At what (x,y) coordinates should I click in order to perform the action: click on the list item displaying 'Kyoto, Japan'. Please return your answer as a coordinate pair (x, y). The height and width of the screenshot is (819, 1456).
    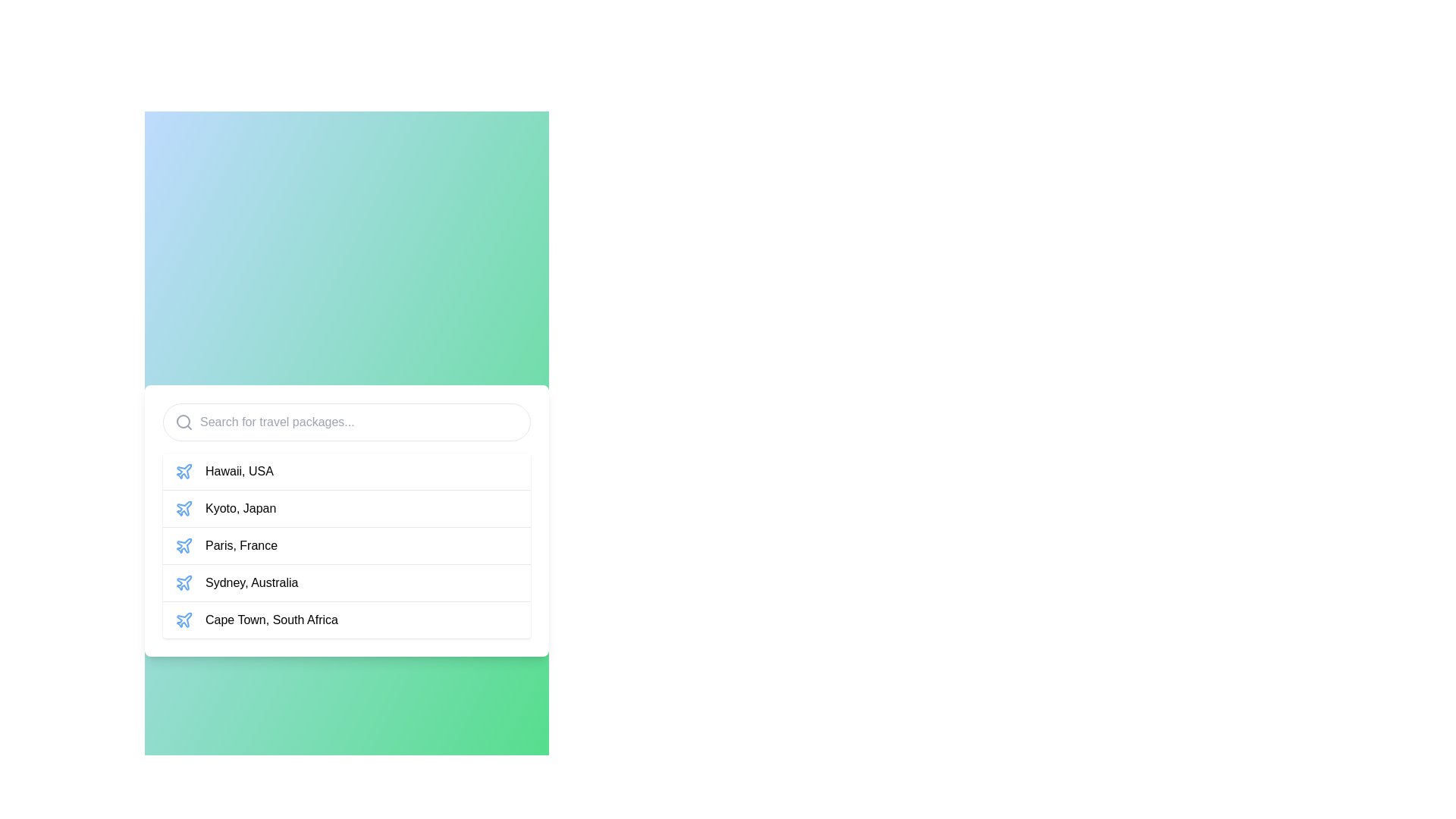
    Looking at the image, I should click on (346, 508).